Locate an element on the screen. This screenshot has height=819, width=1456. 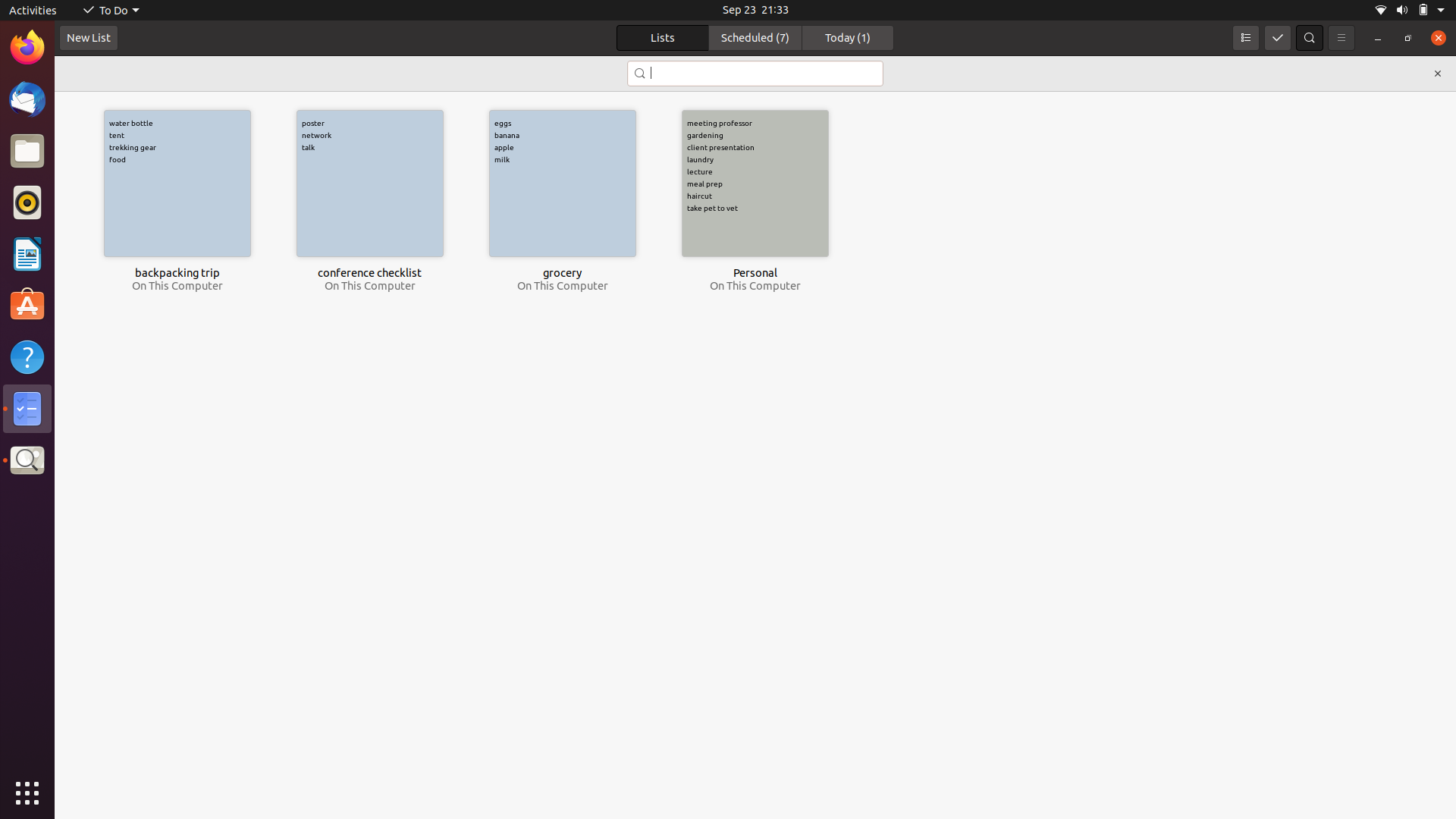
Locate the to-do item titled as "conference is located at coordinates (754, 74).